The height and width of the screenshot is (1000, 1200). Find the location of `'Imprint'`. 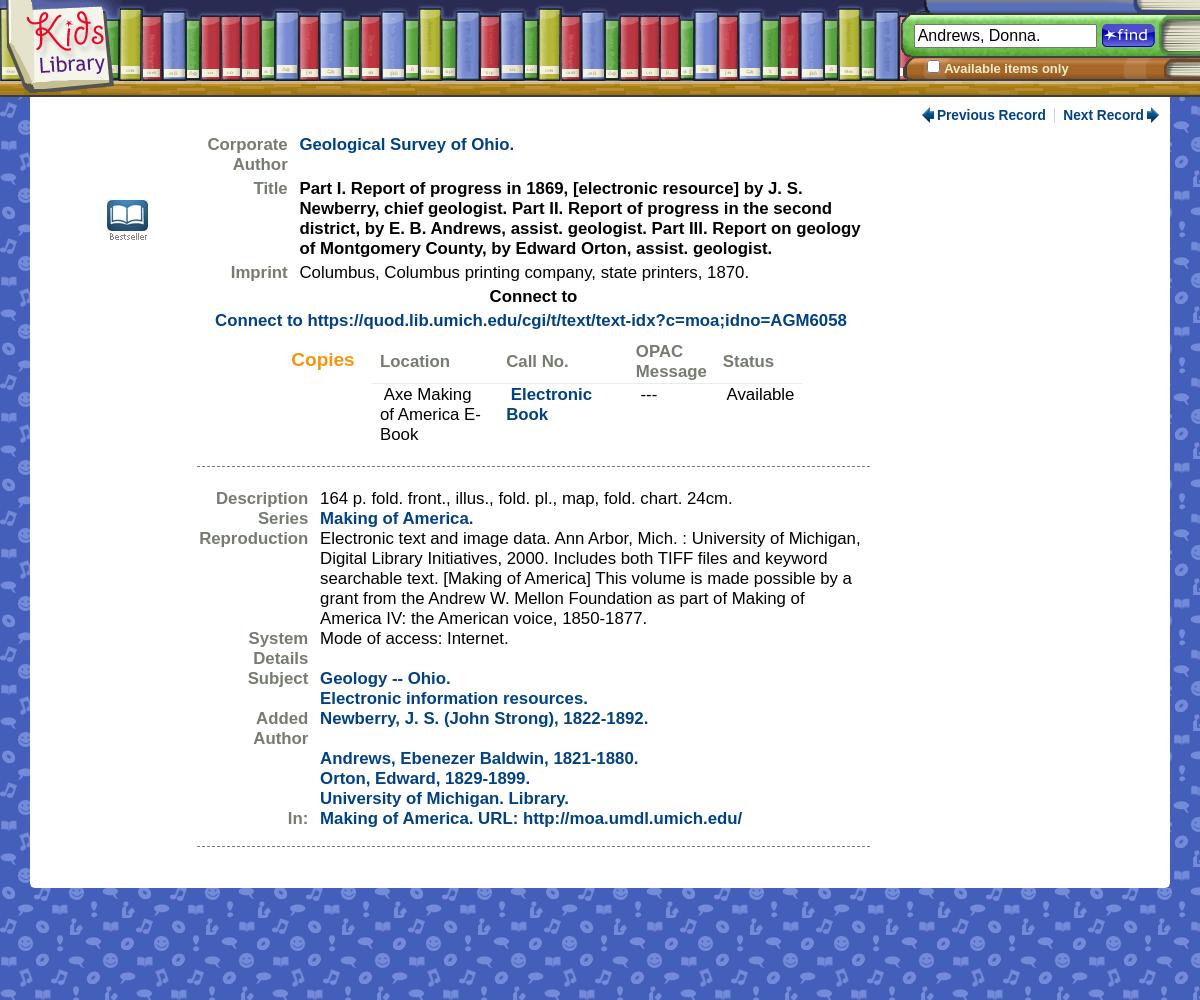

'Imprint' is located at coordinates (257, 272).